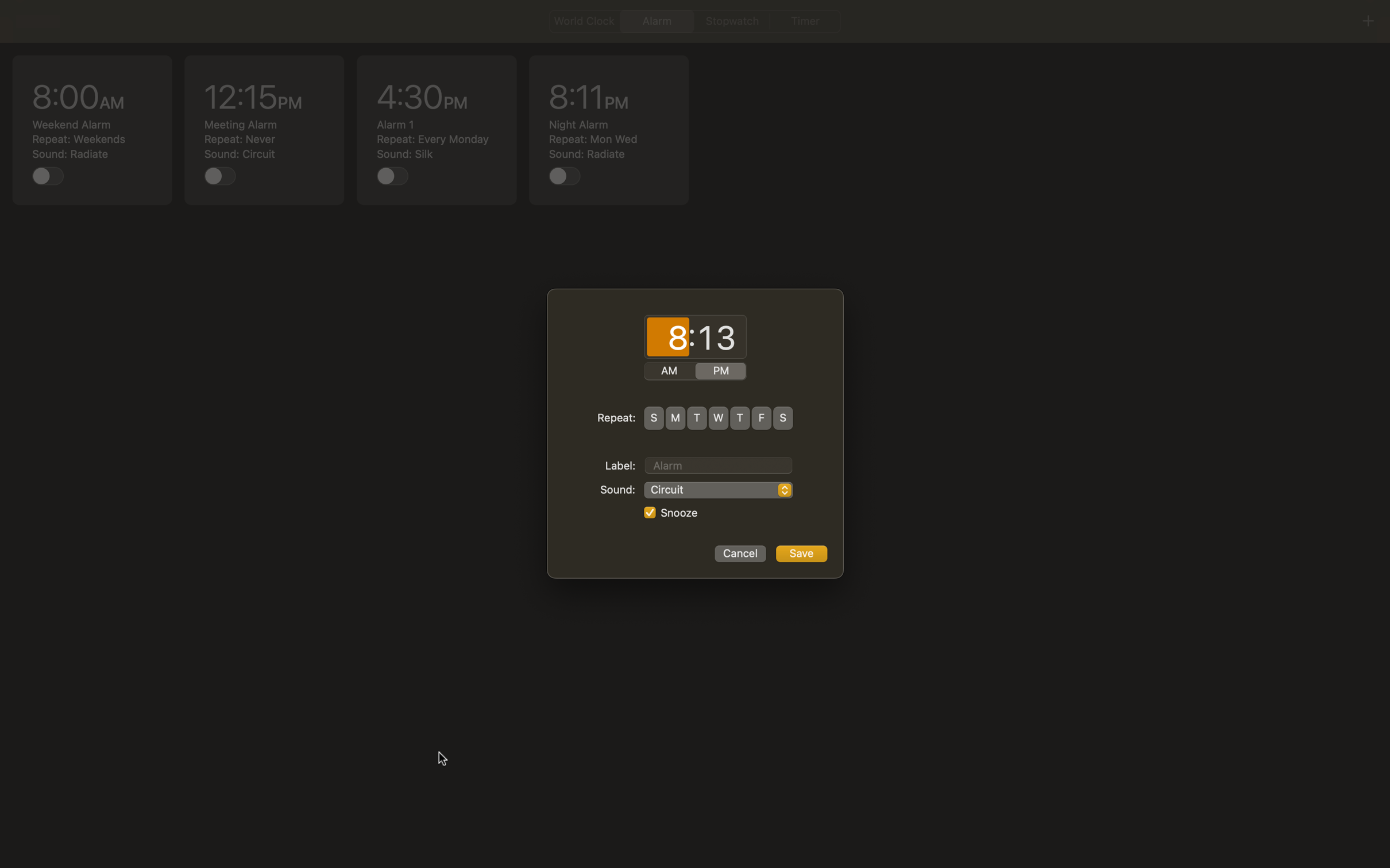 The height and width of the screenshot is (868, 1390). What do you see at coordinates (718, 463) in the screenshot?
I see `alarm name as "Lazy Day` at bounding box center [718, 463].